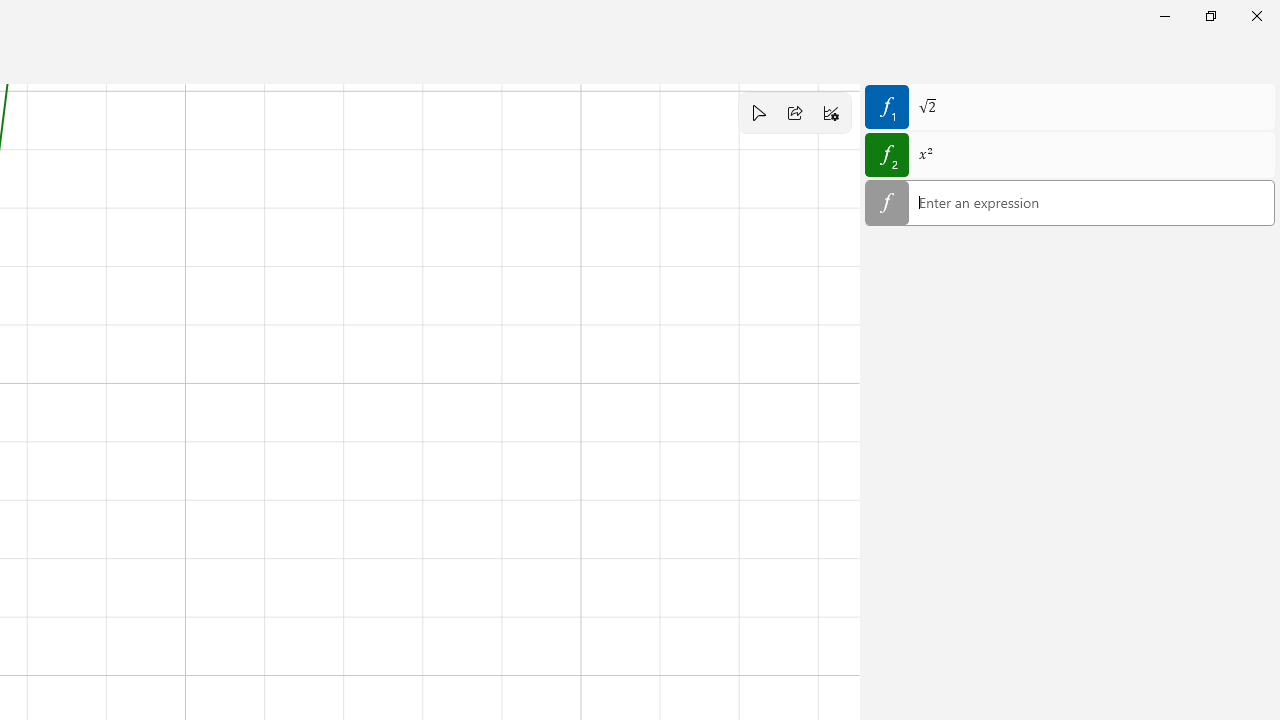 This screenshot has height=720, width=1280. I want to click on 'Hide equation 1', so click(886, 106).